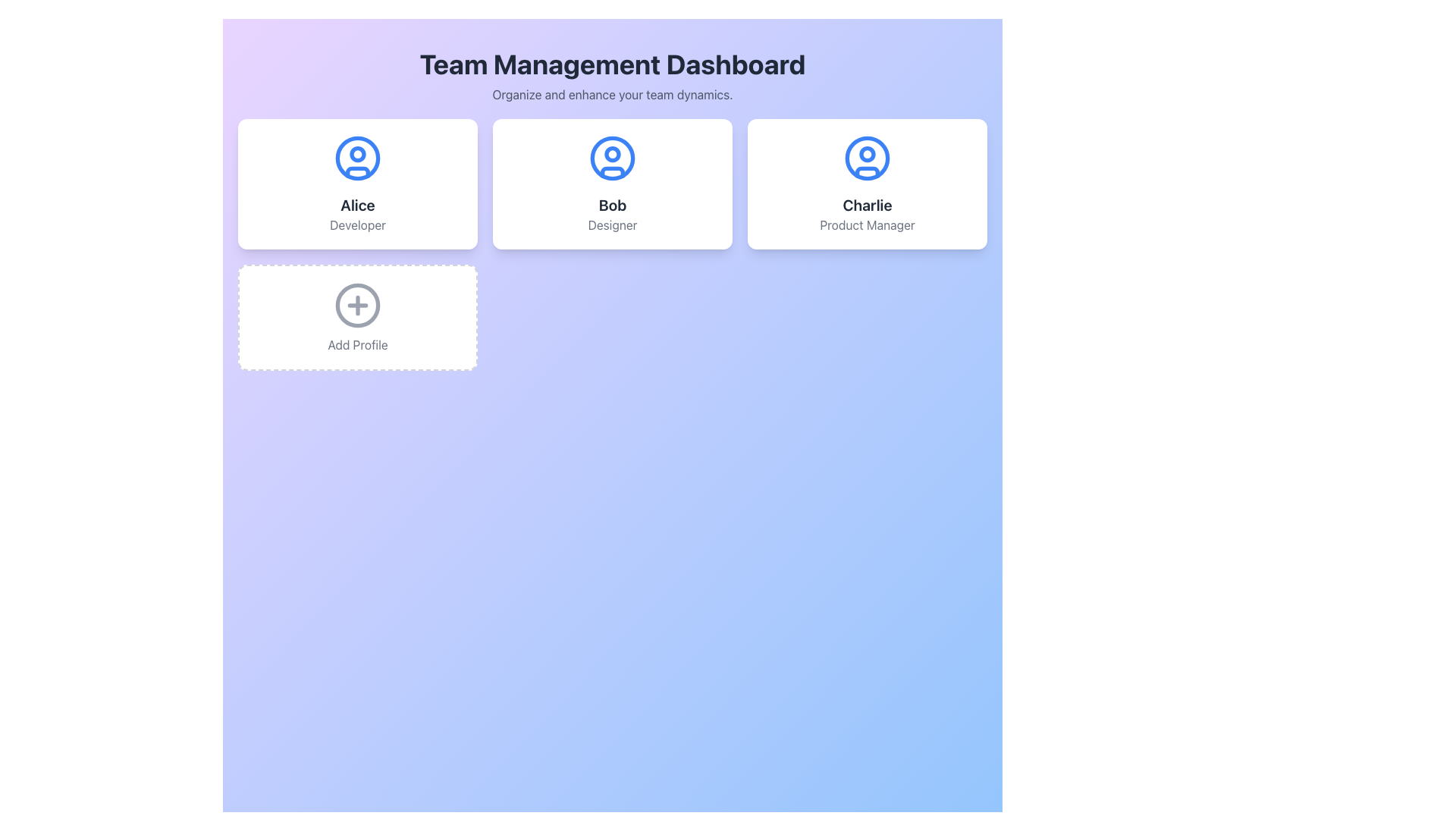 This screenshot has height=819, width=1456. I want to click on the SVG circle element representing the user avatar on Charlie's profile card, located in the top portion of the third card in the second row, so click(867, 158).